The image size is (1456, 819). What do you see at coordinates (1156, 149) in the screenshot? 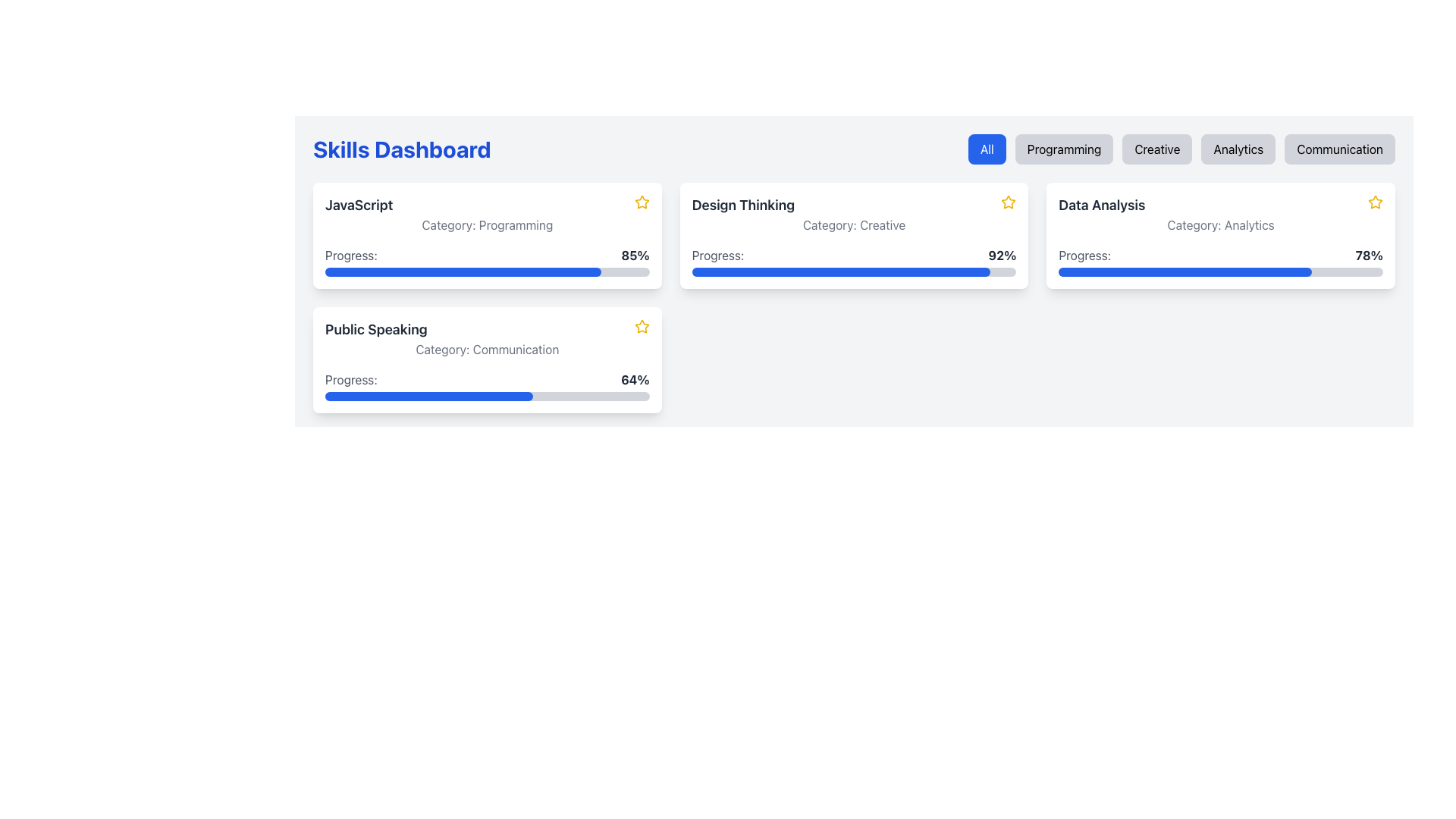
I see `the 'Creative' button, which is a rectangular button with rounded edges, gray background, and changes to blue with white text on hover, located in the top-right portion of the interface as the third item in a horizontal group of five buttons` at bounding box center [1156, 149].